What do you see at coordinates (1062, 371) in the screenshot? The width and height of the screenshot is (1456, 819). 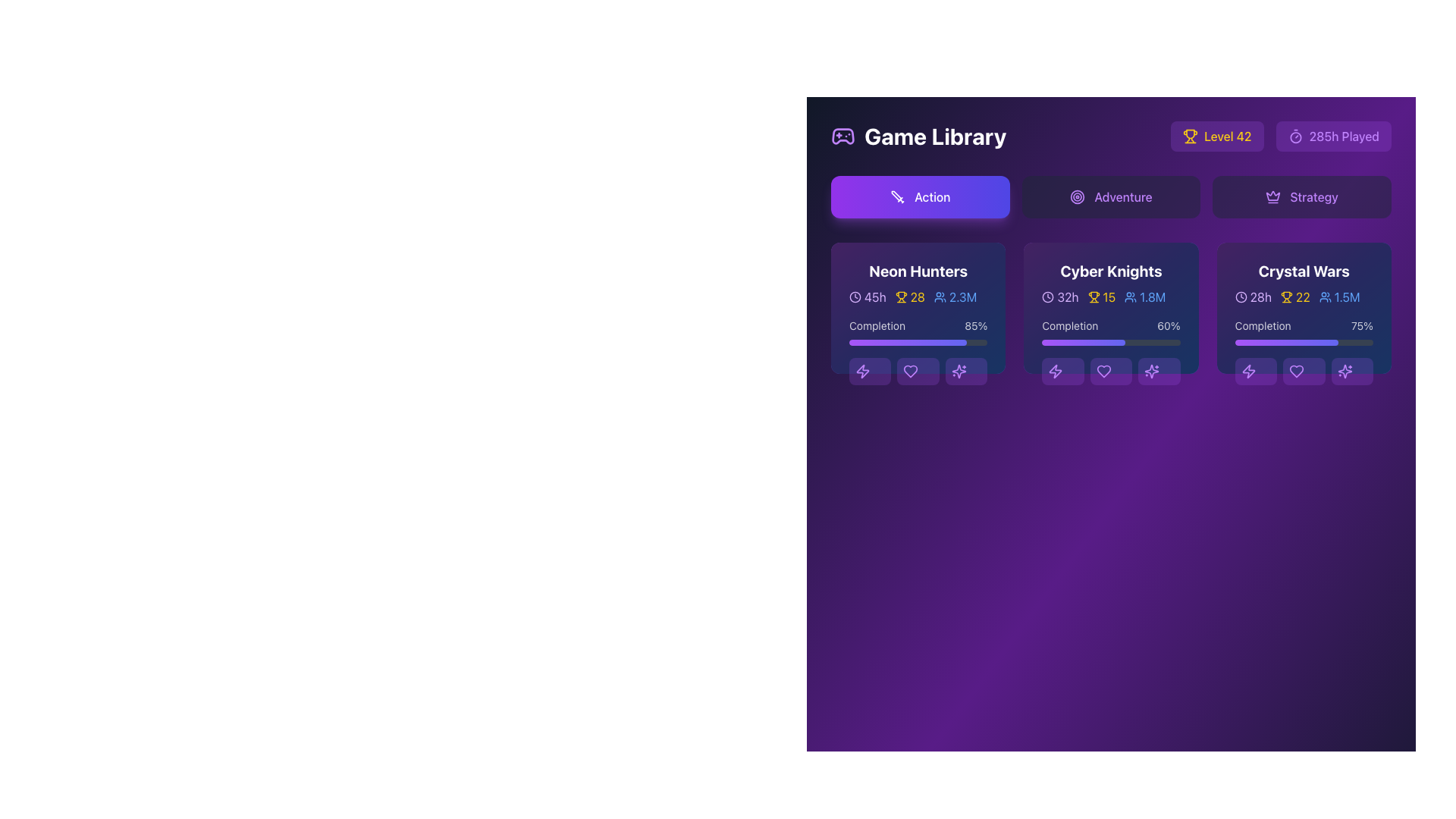 I see `the leftmost button in the action row beneath the 'Cyber Knights' game card` at bounding box center [1062, 371].